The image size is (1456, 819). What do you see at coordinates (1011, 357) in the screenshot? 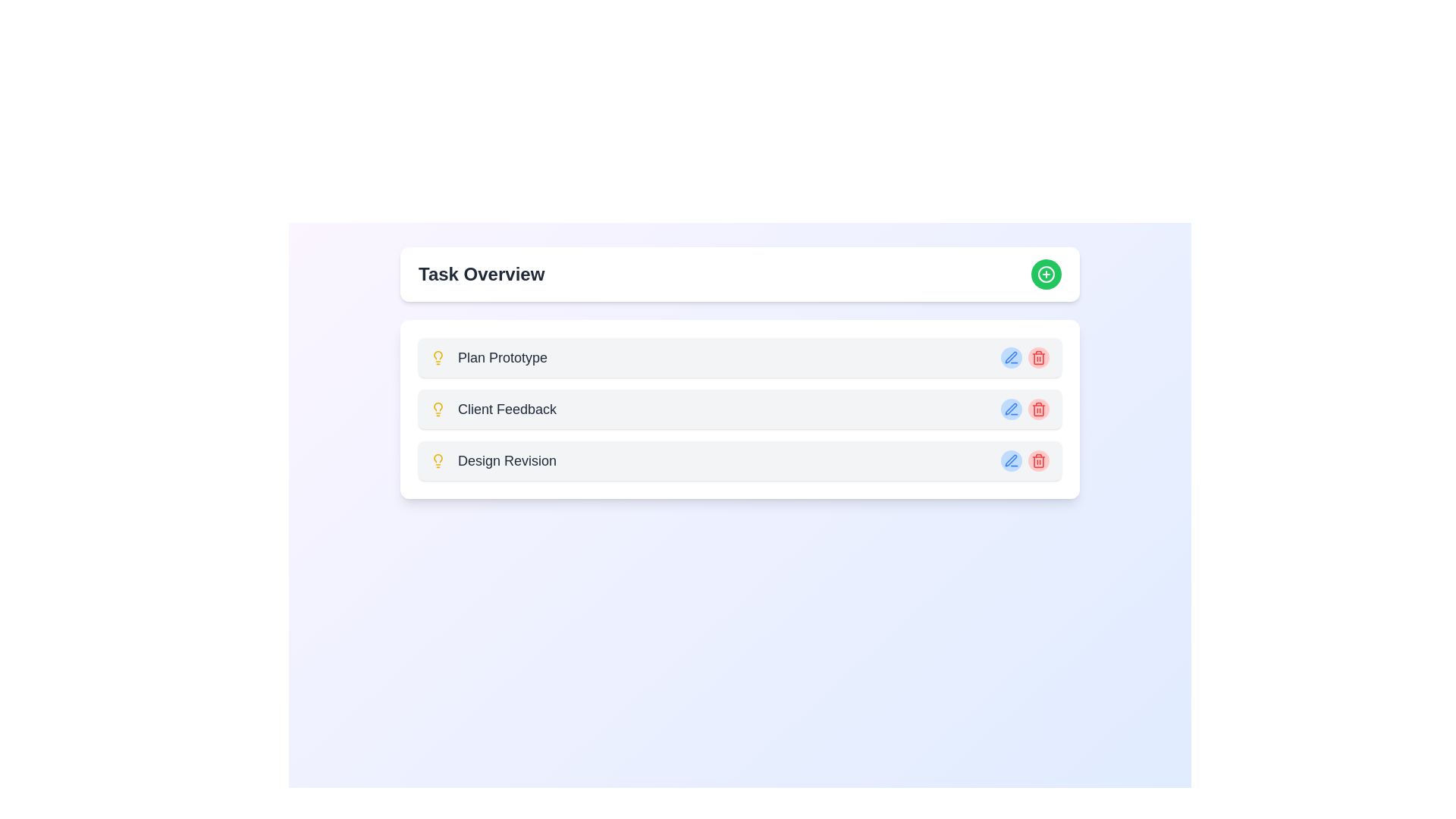
I see `the edit pen icon located to the immediate left of the red trash icon in the 'Client Feedback' task row to initiate edit mode` at bounding box center [1011, 357].